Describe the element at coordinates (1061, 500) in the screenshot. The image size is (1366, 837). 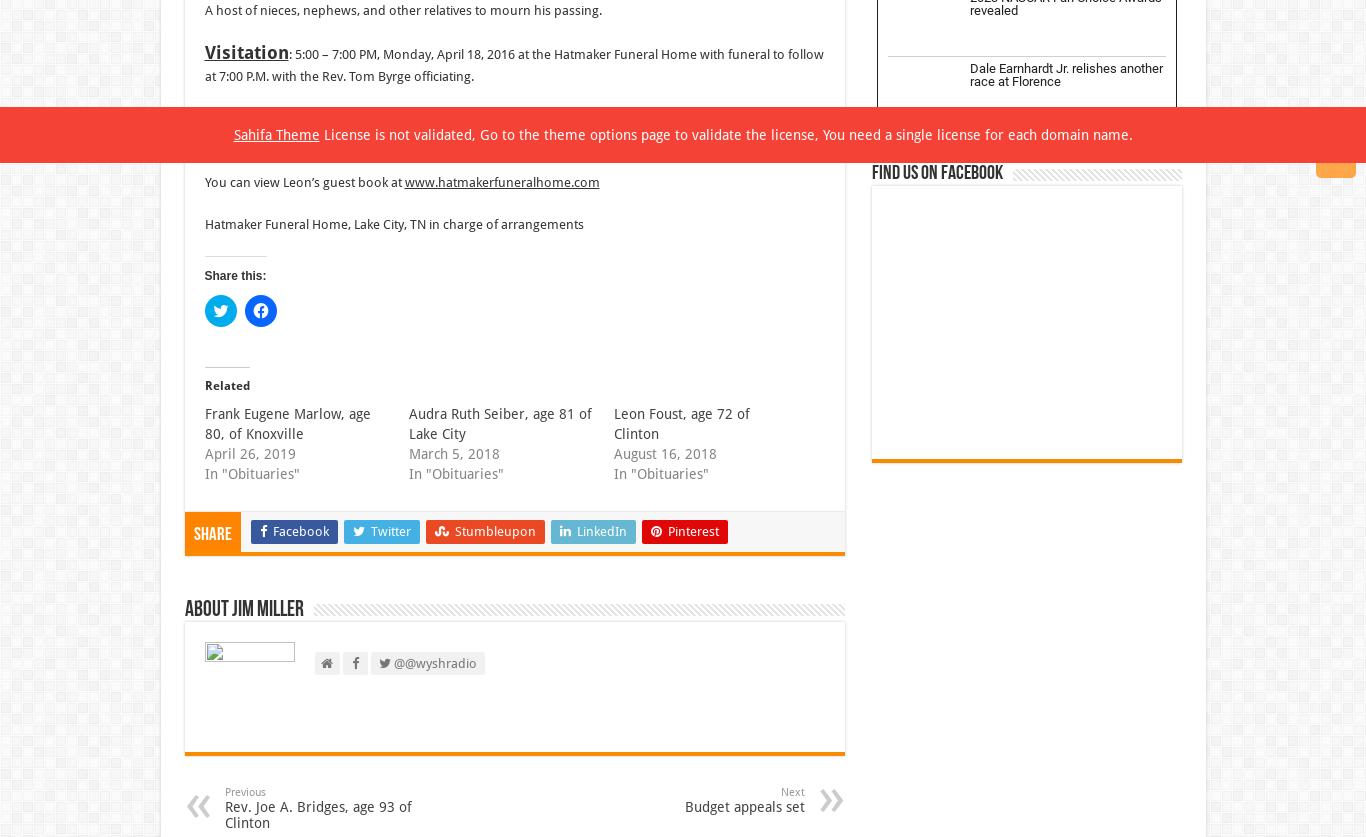
I see `'Blaney sweeping the competition when it matters most'` at that location.